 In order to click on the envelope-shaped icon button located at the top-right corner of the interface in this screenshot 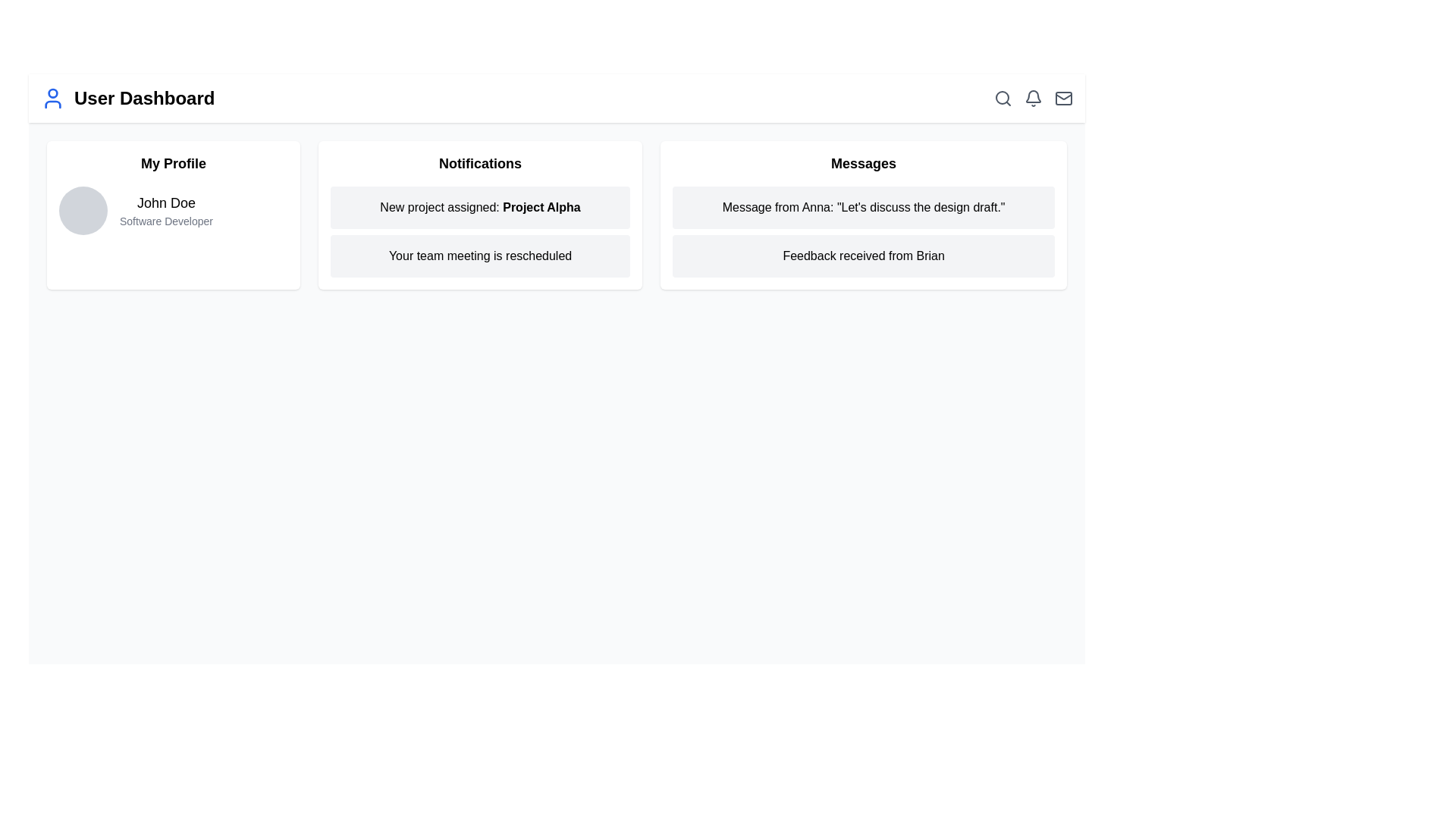, I will do `click(1062, 99)`.